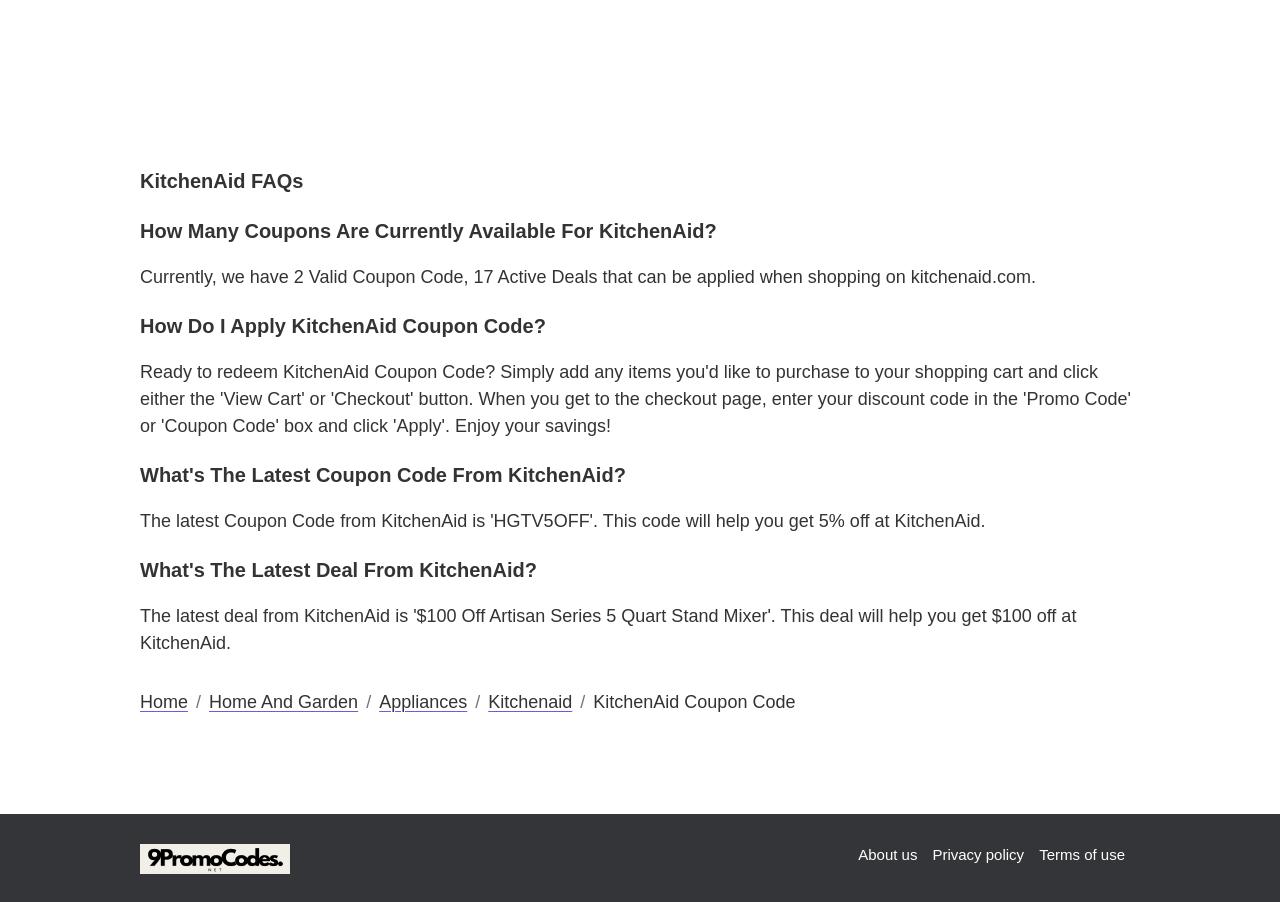 The width and height of the screenshot is (1280, 902). Describe the element at coordinates (1038, 853) in the screenshot. I see `'Terms of use'` at that location.